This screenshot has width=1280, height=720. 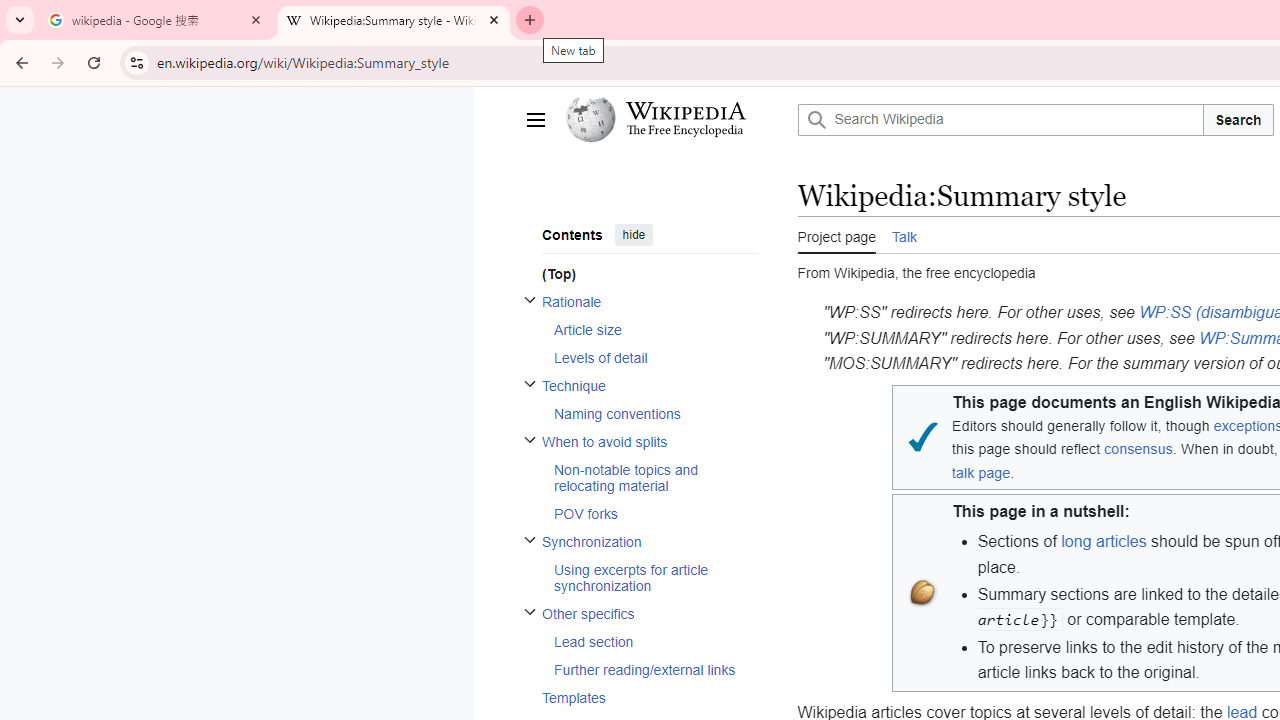 I want to click on 'Wikipedia', so click(x=685, y=111).